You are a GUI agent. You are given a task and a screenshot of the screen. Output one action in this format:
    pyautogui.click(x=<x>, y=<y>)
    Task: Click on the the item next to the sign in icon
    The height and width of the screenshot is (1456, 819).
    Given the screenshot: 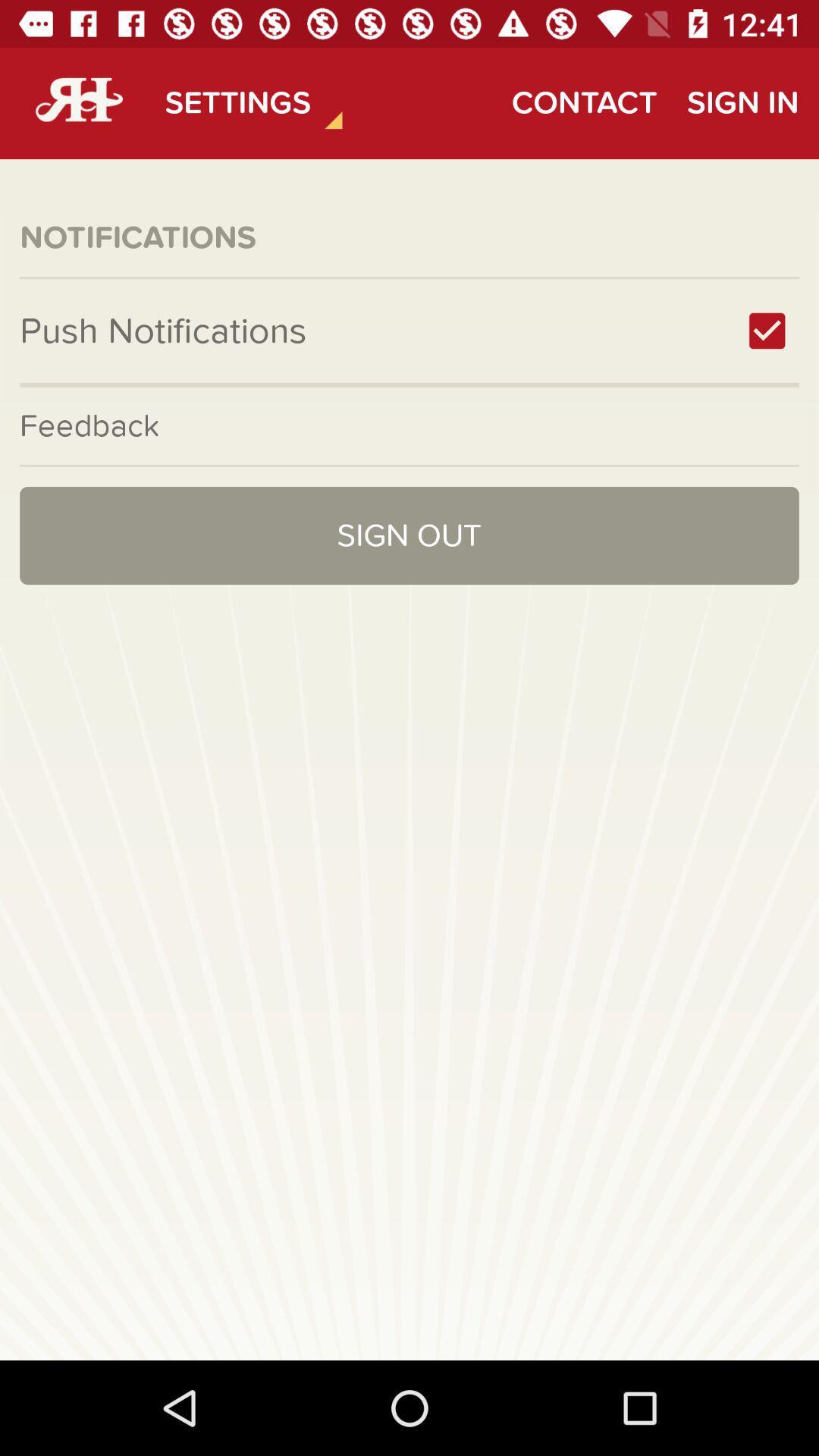 What is the action you would take?
    pyautogui.click(x=583, y=102)
    